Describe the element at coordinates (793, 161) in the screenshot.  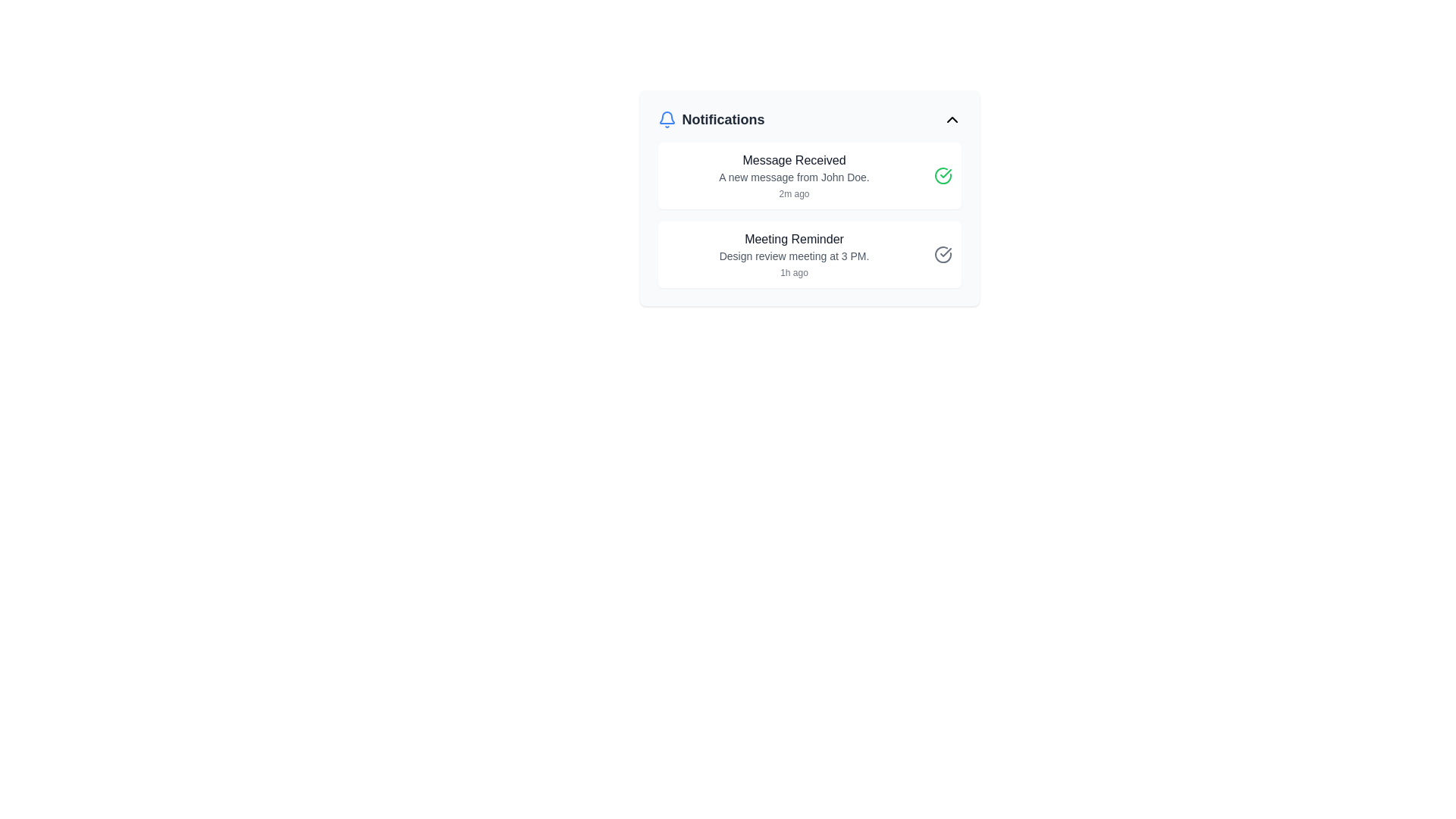
I see `the Text Label at the top of the notification card that summarizes the notification content` at that location.